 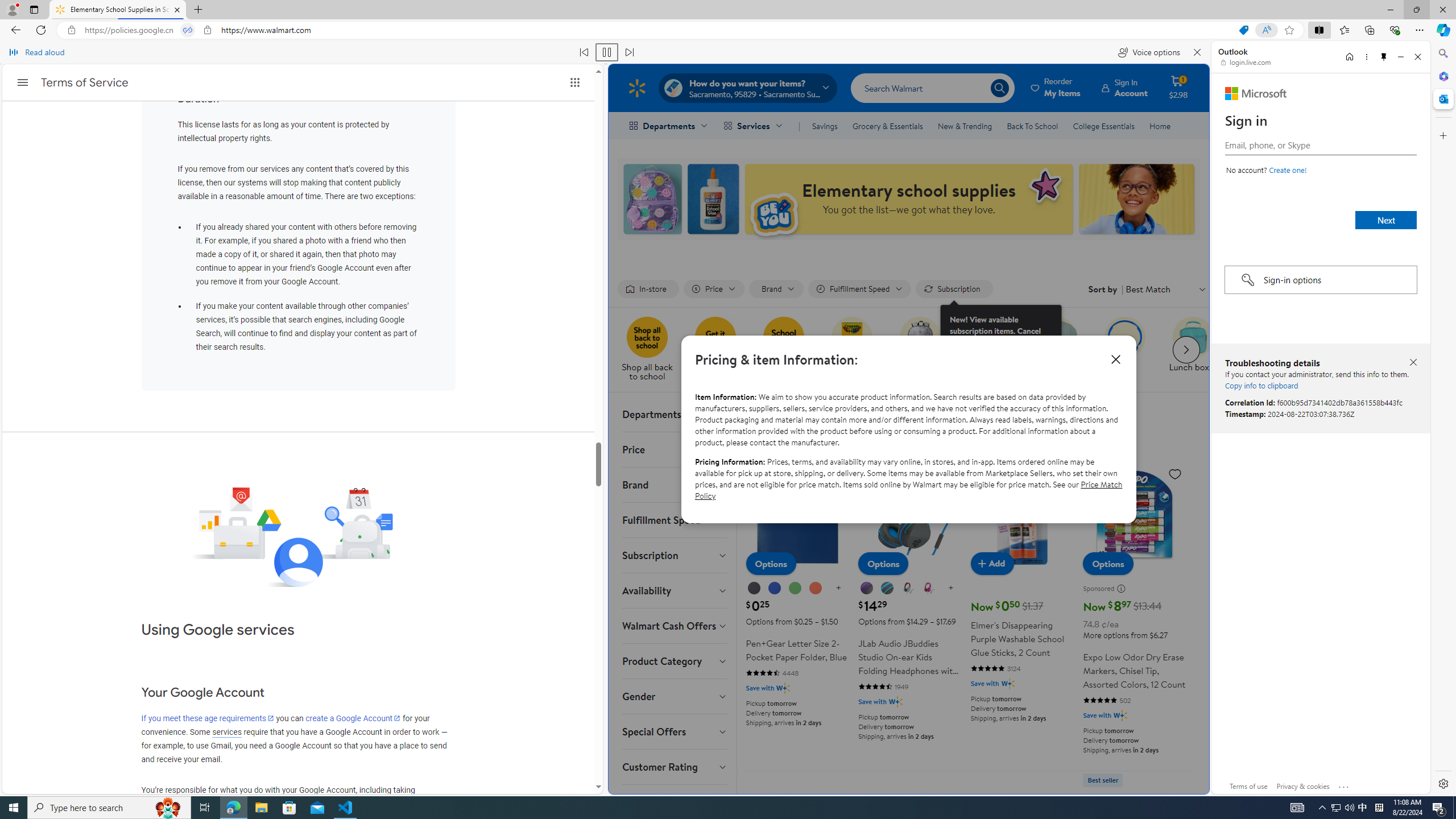 I want to click on 'Close read aloud', so click(x=1196, y=52).